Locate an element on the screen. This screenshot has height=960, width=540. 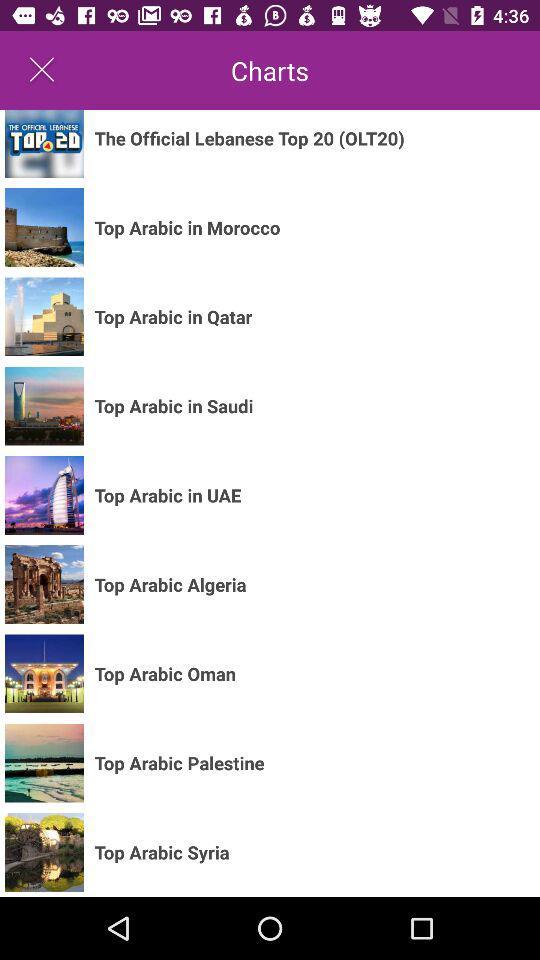
the the official lebanese icon is located at coordinates (249, 137).